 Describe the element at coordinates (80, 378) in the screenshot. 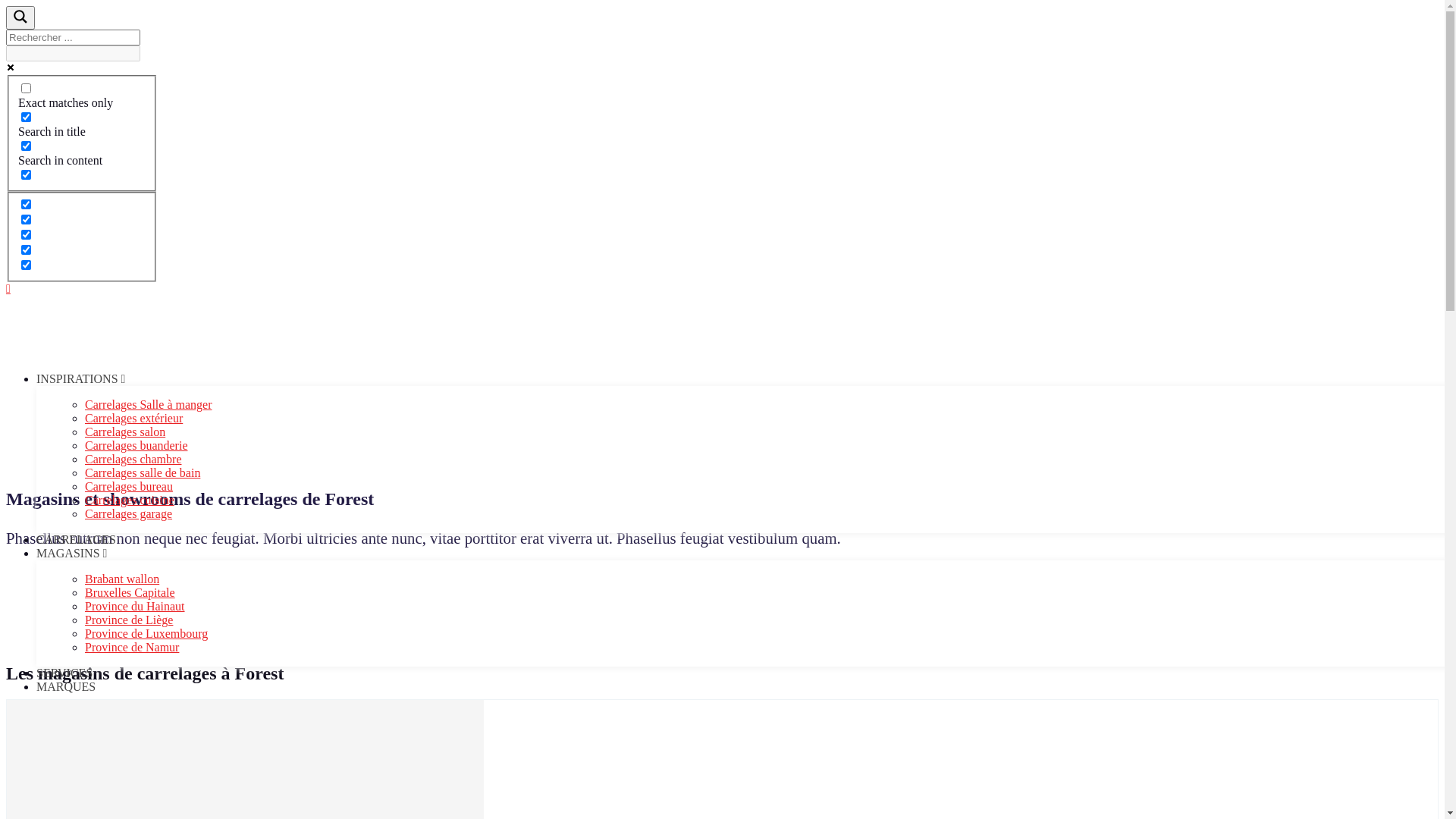

I see `'INSPIRATIONS'` at that location.